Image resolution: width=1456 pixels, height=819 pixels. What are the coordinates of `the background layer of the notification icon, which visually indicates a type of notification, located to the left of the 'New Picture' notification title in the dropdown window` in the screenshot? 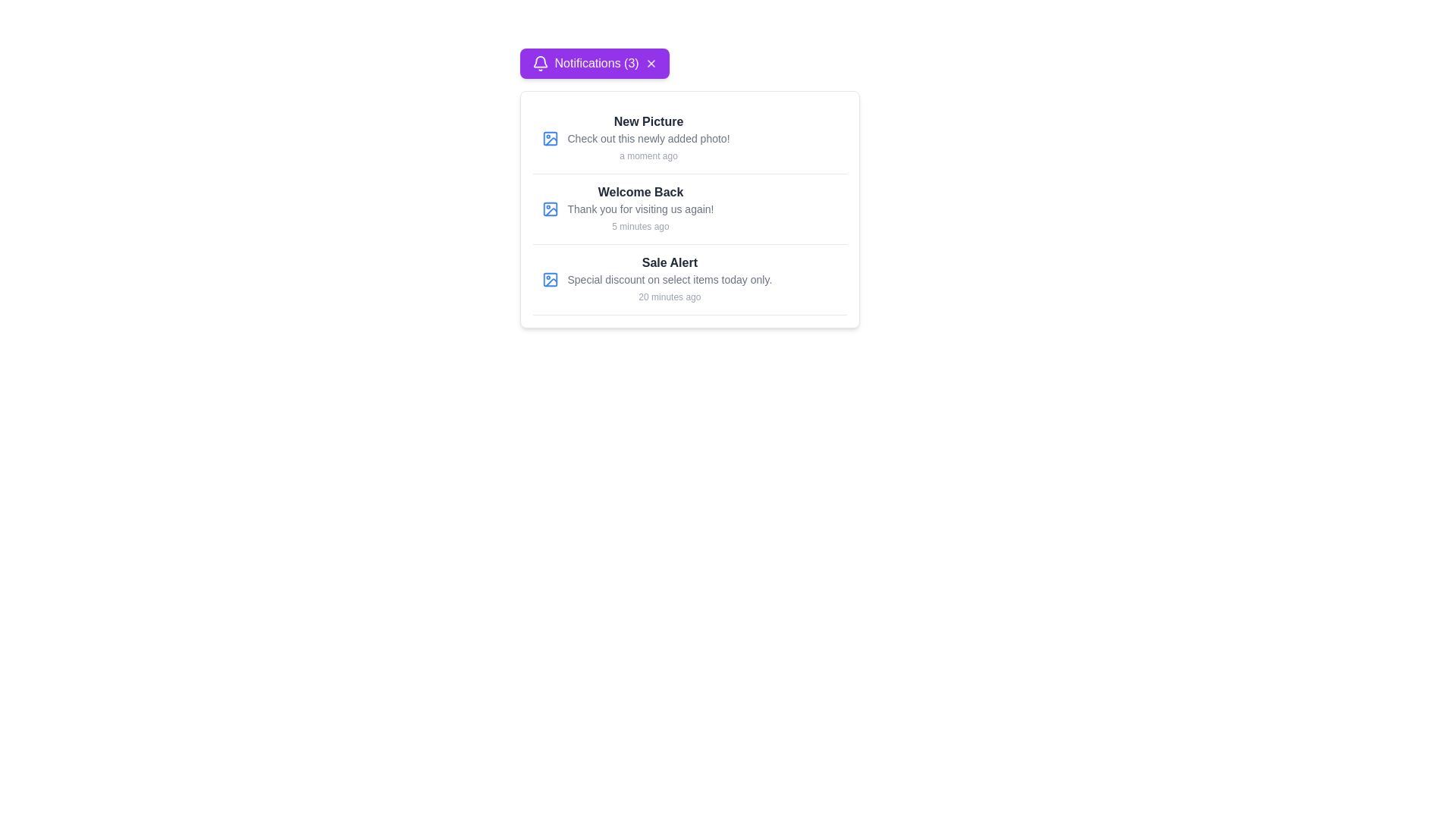 It's located at (549, 138).